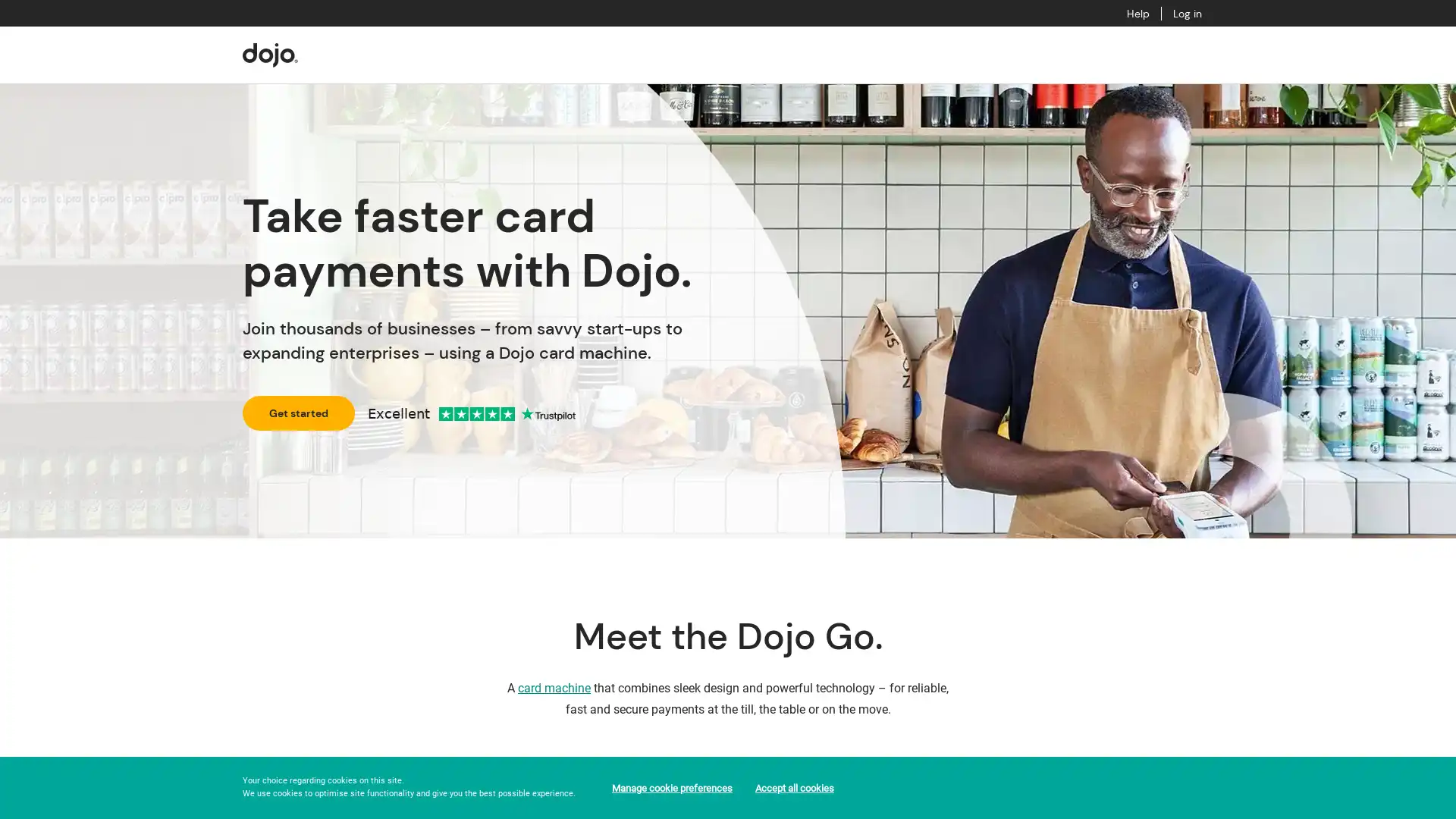  Describe the element at coordinates (671, 786) in the screenshot. I see `Manage cookie preferences` at that location.